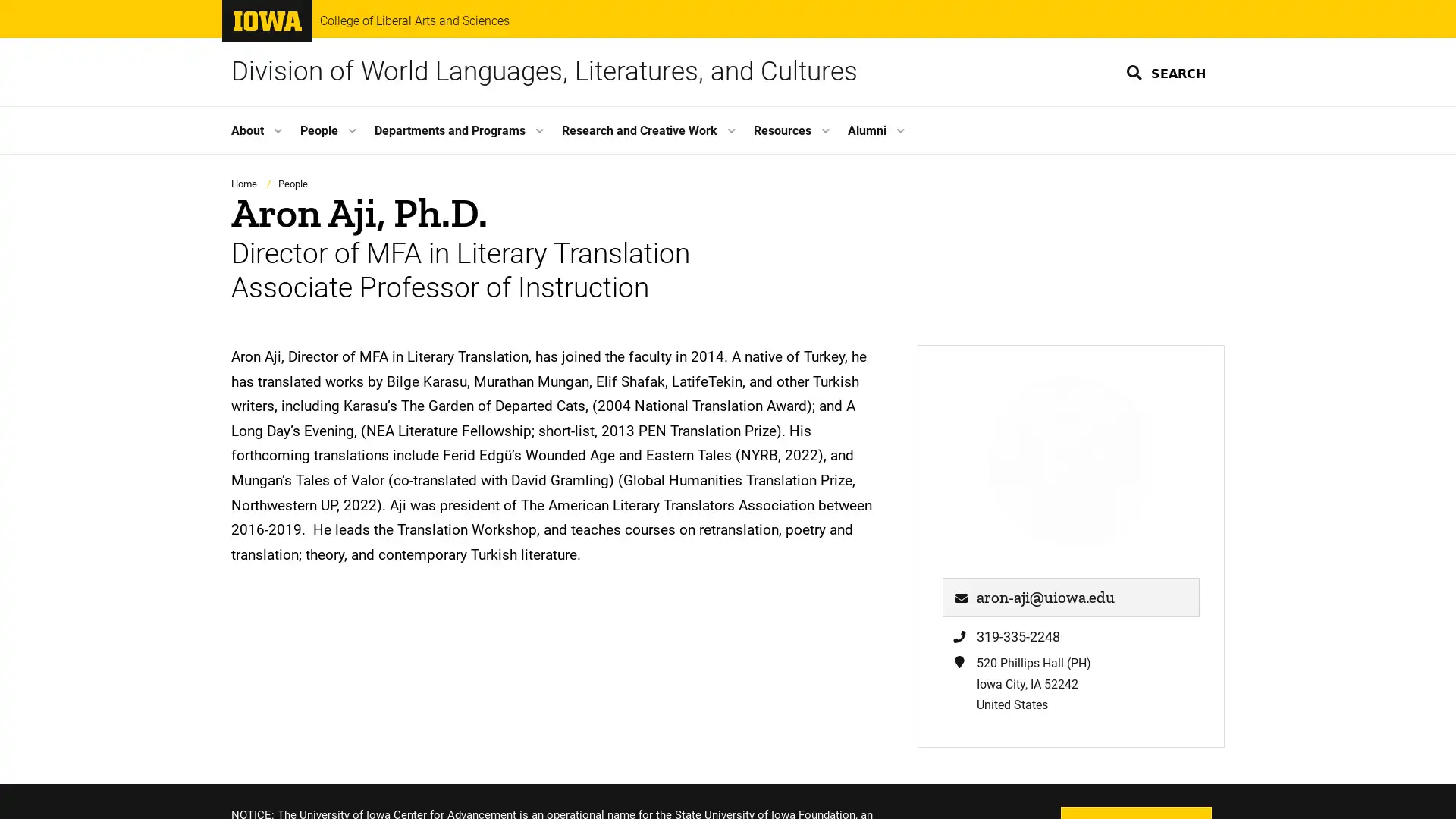  Describe the element at coordinates (1166, 72) in the screenshot. I see `SEARCH` at that location.